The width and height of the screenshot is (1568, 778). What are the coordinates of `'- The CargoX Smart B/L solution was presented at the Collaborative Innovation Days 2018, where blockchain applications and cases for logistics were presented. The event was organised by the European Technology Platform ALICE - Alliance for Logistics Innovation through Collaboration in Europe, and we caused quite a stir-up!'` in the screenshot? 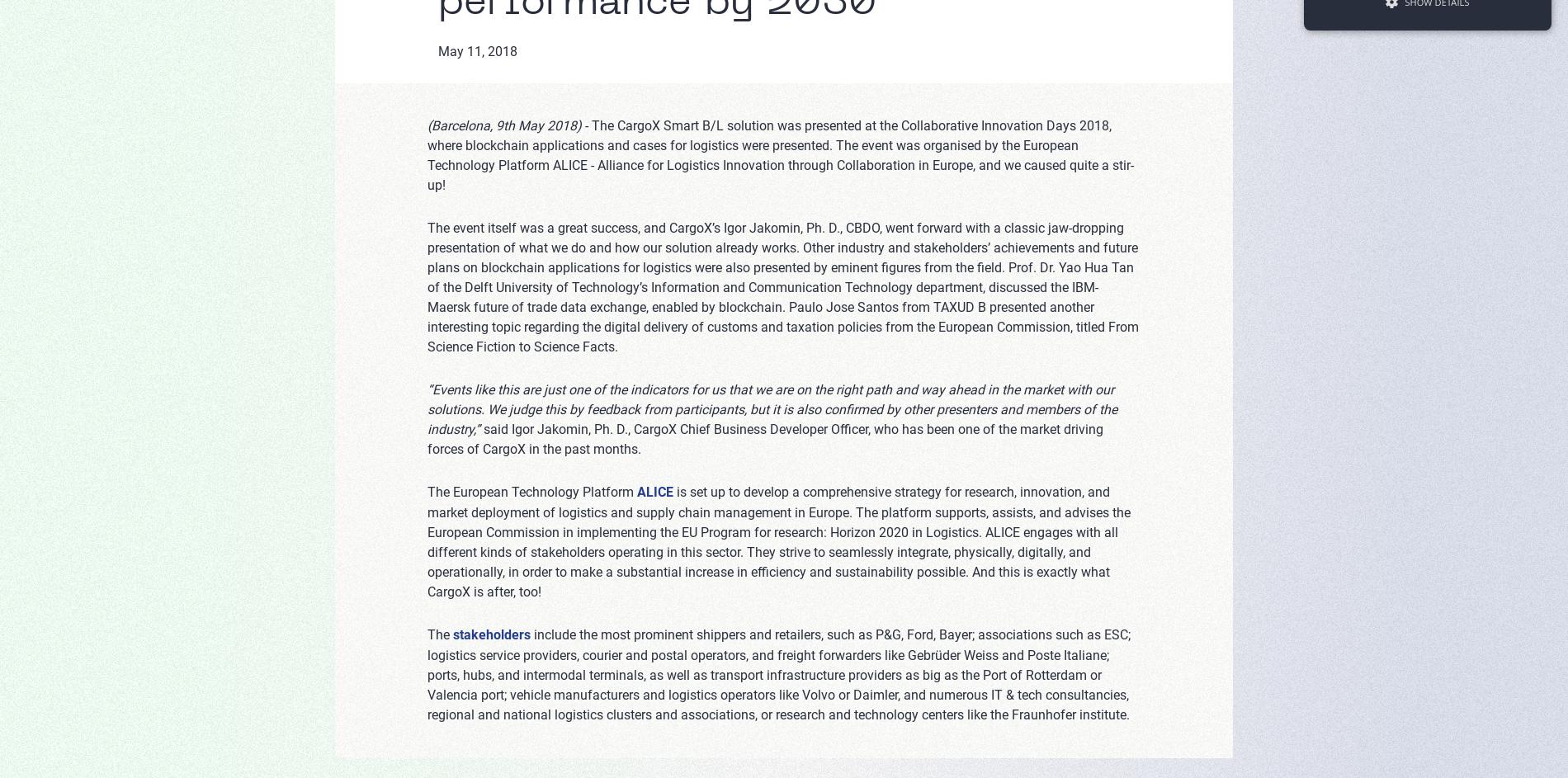 It's located at (427, 154).